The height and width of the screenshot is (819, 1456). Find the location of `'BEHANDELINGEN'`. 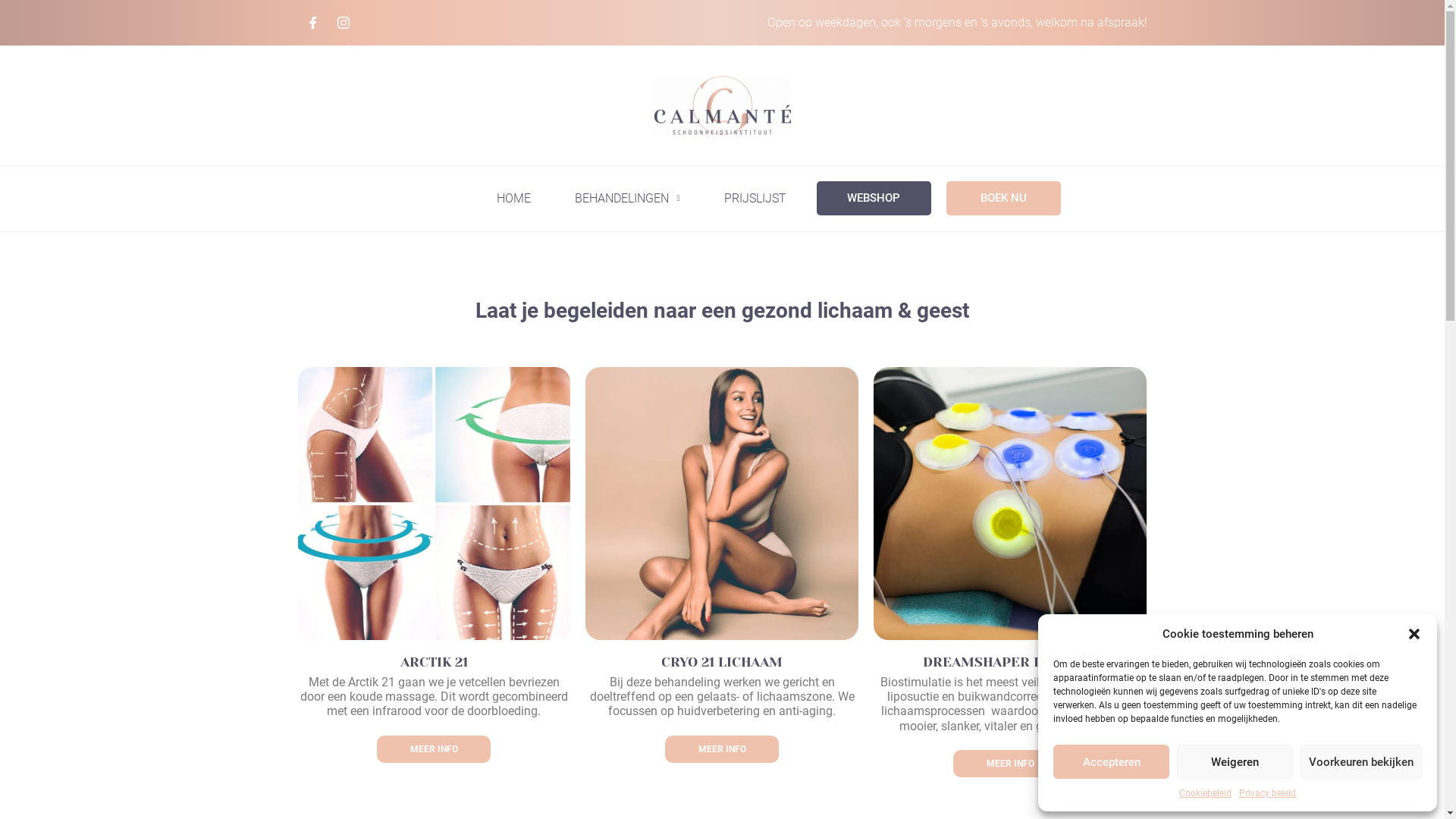

'BEHANDELINGEN' is located at coordinates (626, 198).